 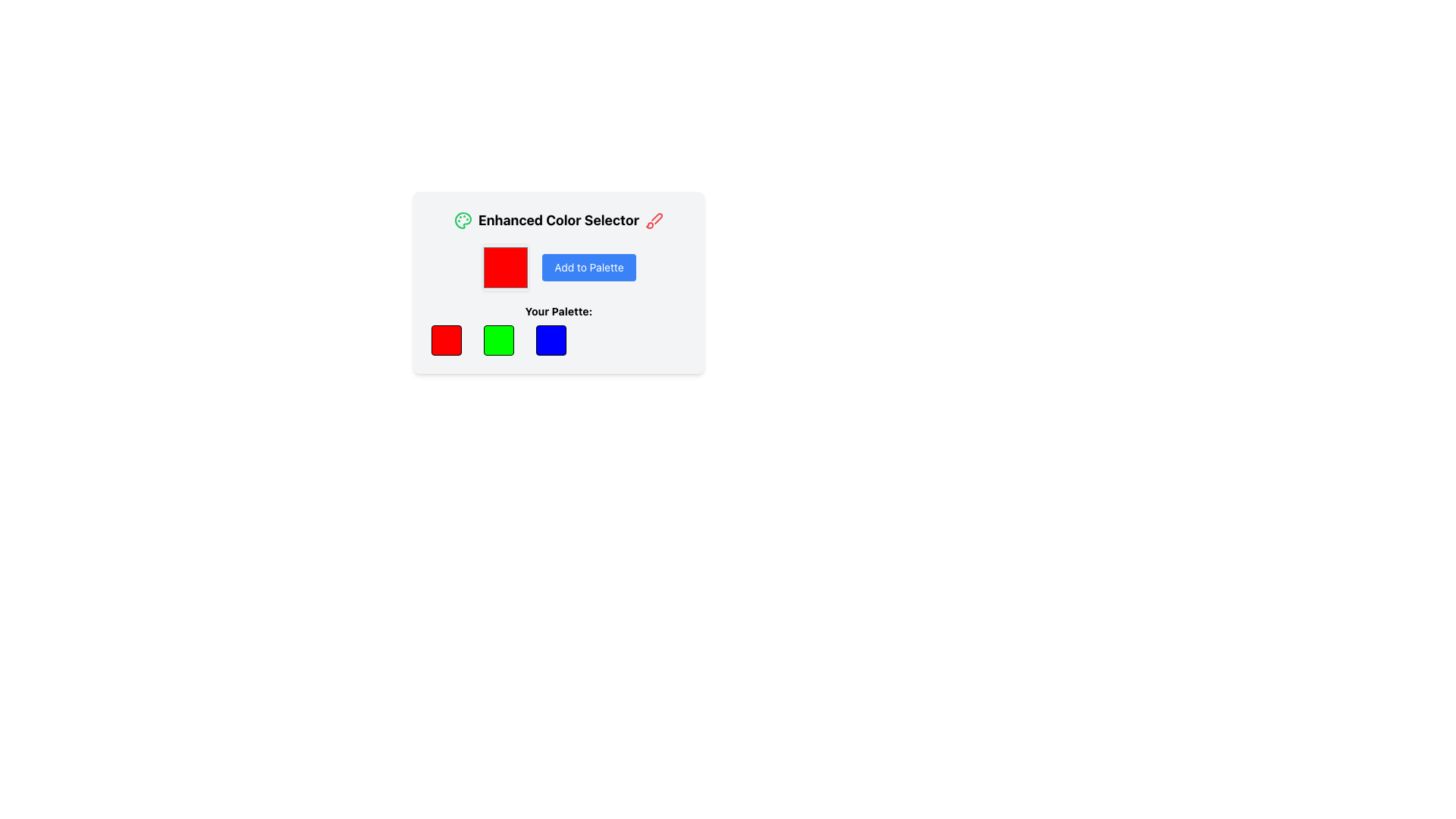 I want to click on the prominent red brush icon located in the top-right corner of the 'Enhanced Color Selector' section, so click(x=654, y=220).